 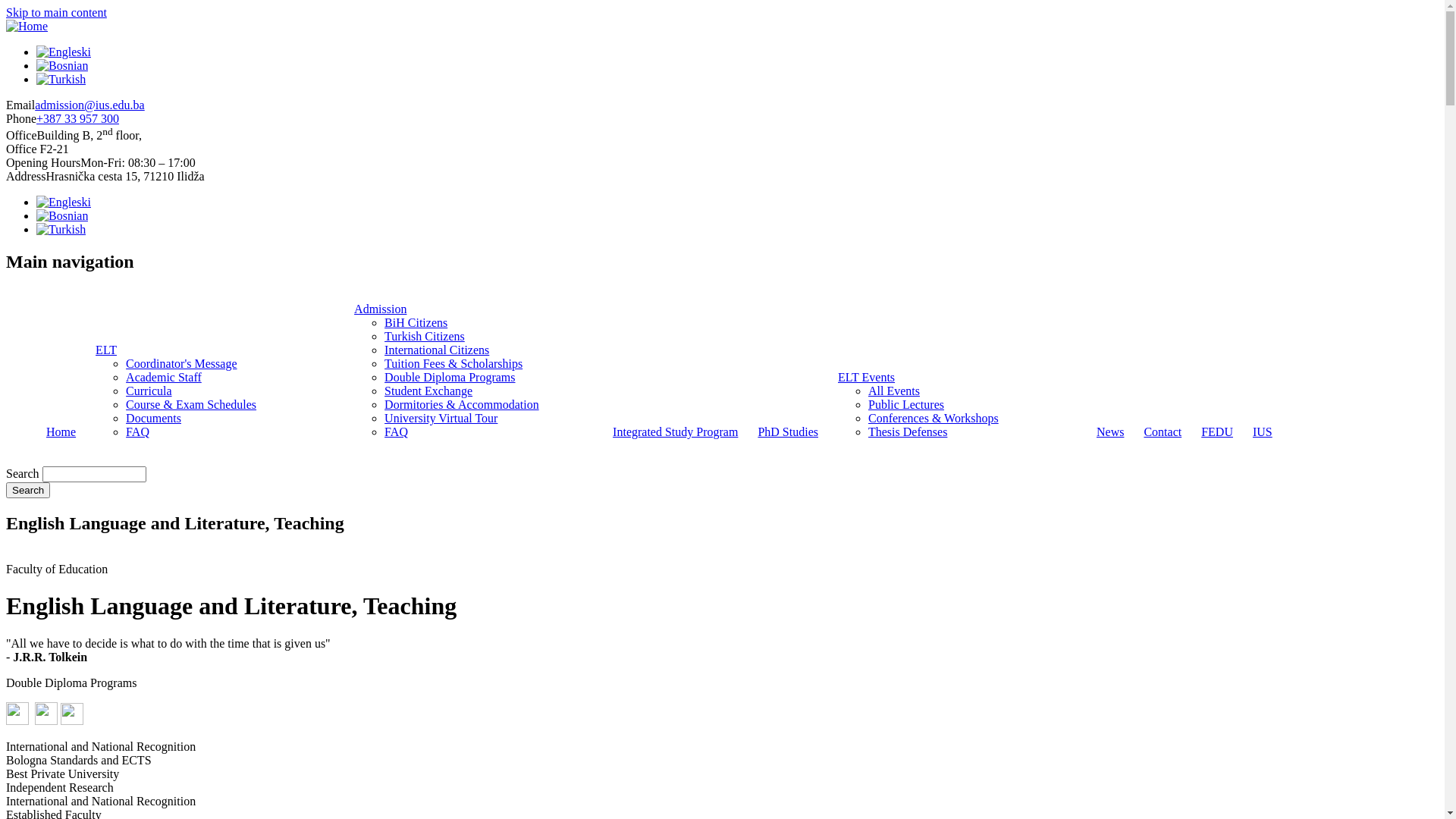 I want to click on 'PhD Studies', so click(x=787, y=431).